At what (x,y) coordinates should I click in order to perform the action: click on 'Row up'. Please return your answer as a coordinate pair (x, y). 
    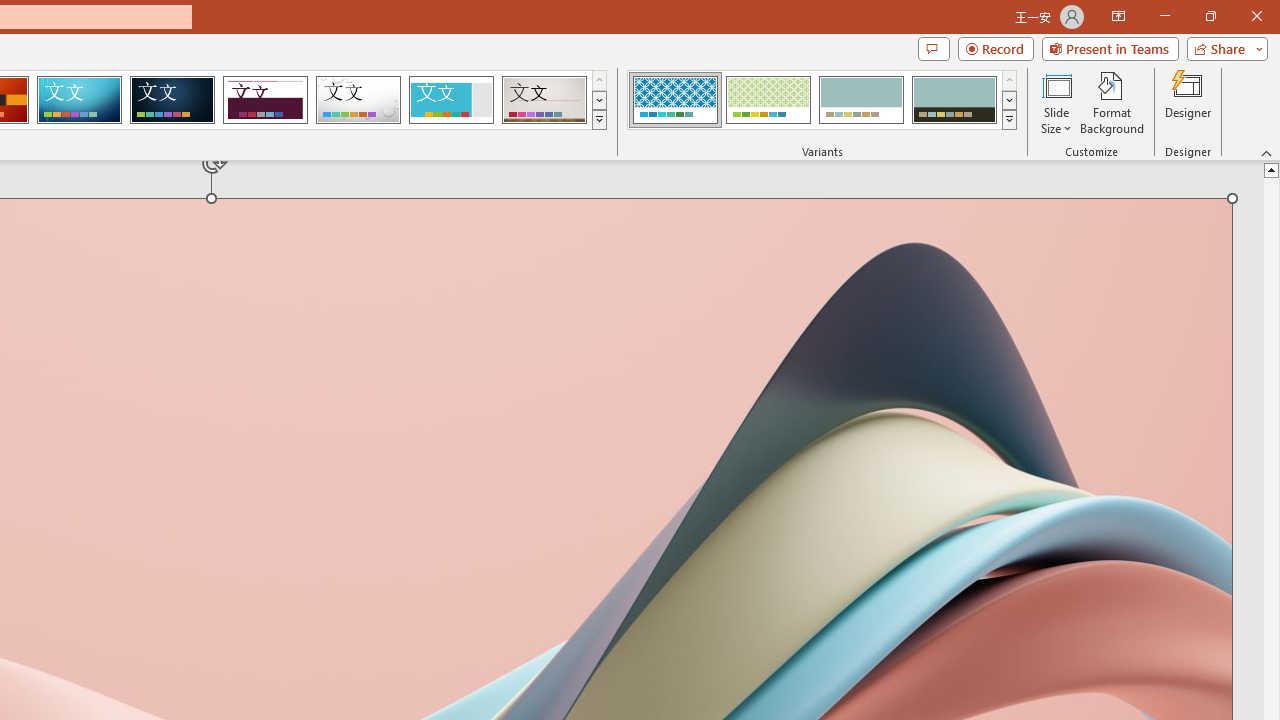
    Looking at the image, I should click on (1009, 79).